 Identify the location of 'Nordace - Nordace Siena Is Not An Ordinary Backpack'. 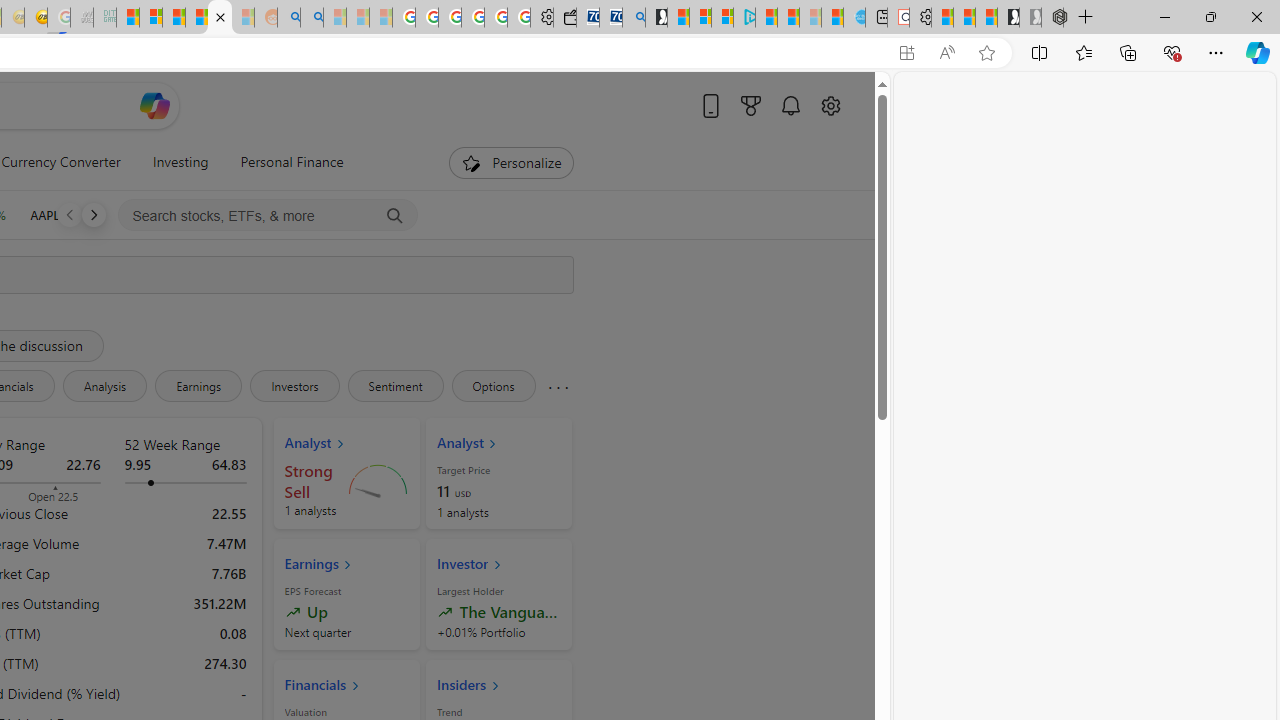
(1051, 17).